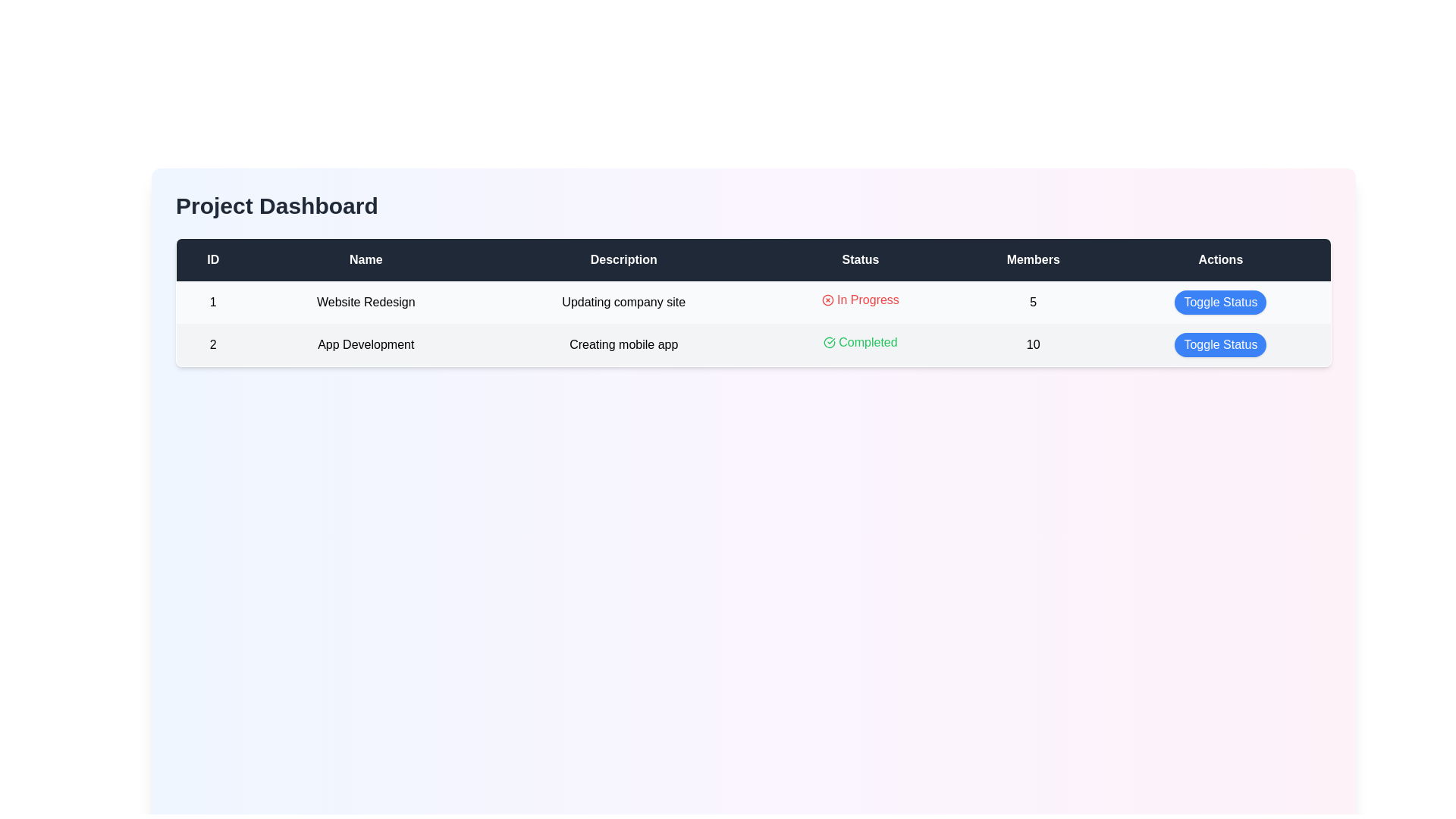  What do you see at coordinates (623, 345) in the screenshot?
I see `the description text for the project task titled 'App Development' located in the second row of the table under the 'Description' column` at bounding box center [623, 345].